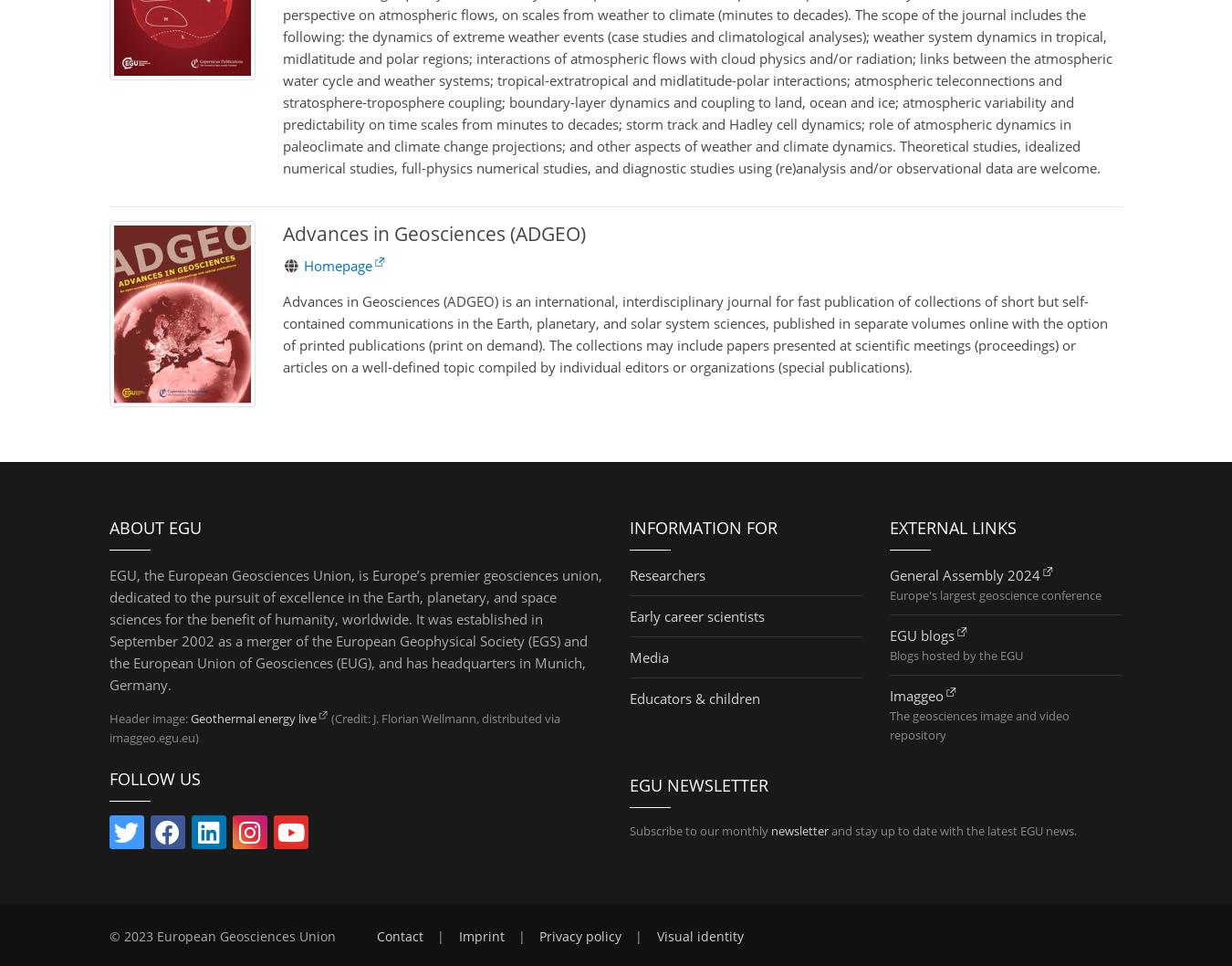 The width and height of the screenshot is (1232, 966). I want to click on '© 2023 European Geosciences Union', so click(110, 934).